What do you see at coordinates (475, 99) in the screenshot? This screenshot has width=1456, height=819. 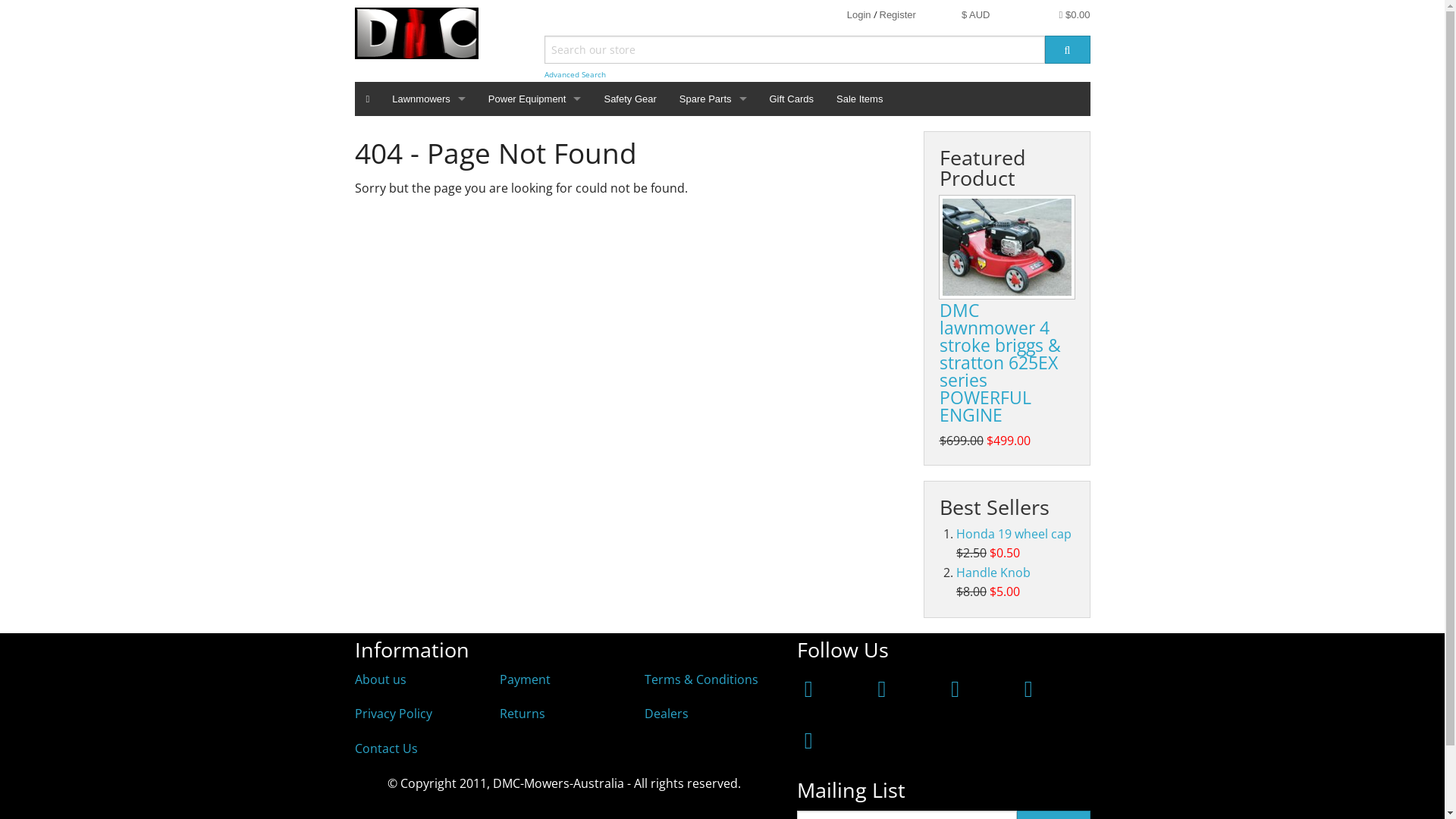 I see `'Power Equipment'` at bounding box center [475, 99].